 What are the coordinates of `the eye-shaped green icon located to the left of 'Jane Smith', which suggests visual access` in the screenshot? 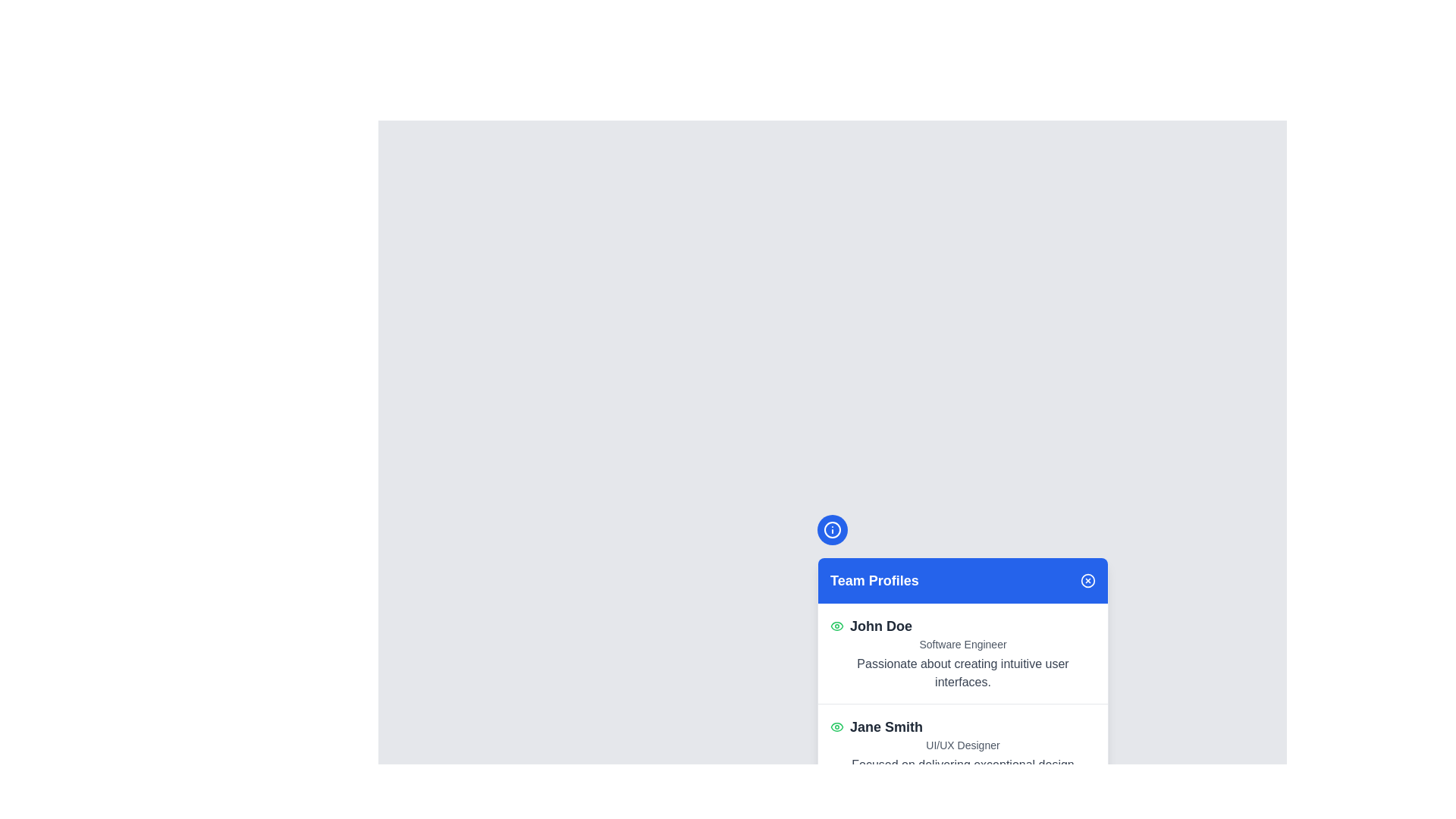 It's located at (836, 726).